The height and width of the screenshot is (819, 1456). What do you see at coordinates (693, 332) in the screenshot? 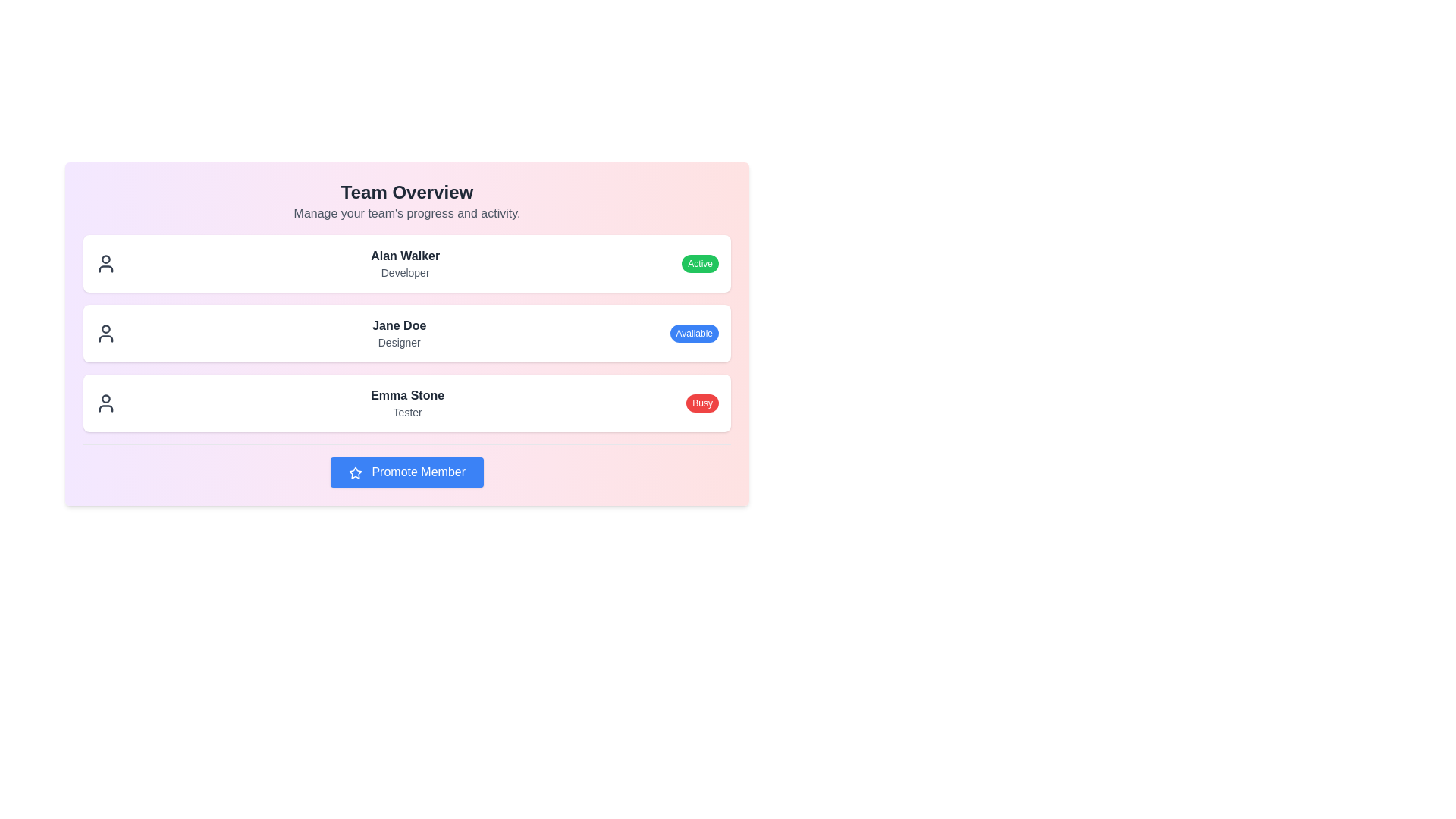
I see `text of the status badge indicating the availability of the user 'Jane Doe', located to the right of the text 'Designer' in the second entry of the list` at bounding box center [693, 332].